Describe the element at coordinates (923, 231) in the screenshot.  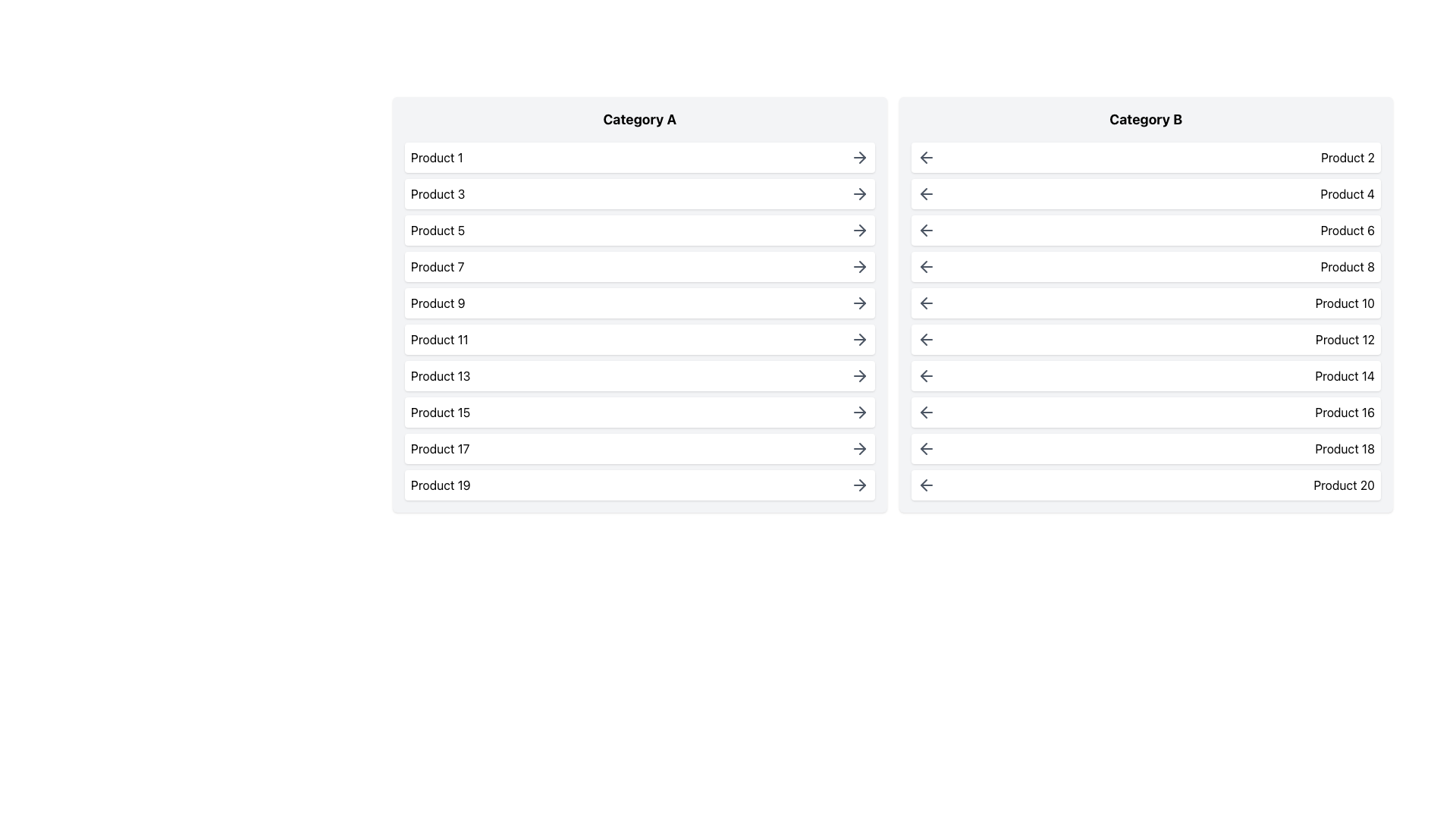
I see `the left-pointing arrow icon in the second column under 'Category B' associated with 'Product 6' to indicate a navigational function` at that location.